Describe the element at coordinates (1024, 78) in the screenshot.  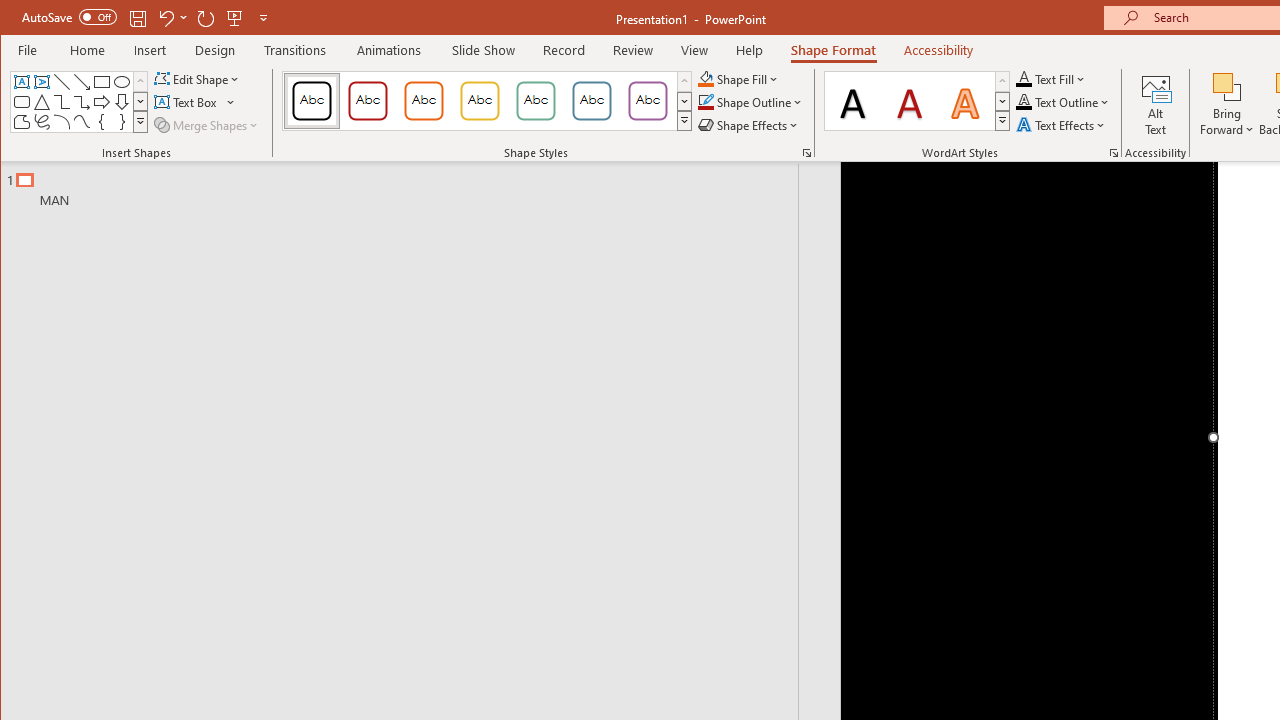
I see `'Text Fill RGB(0, 0, 0)'` at that location.